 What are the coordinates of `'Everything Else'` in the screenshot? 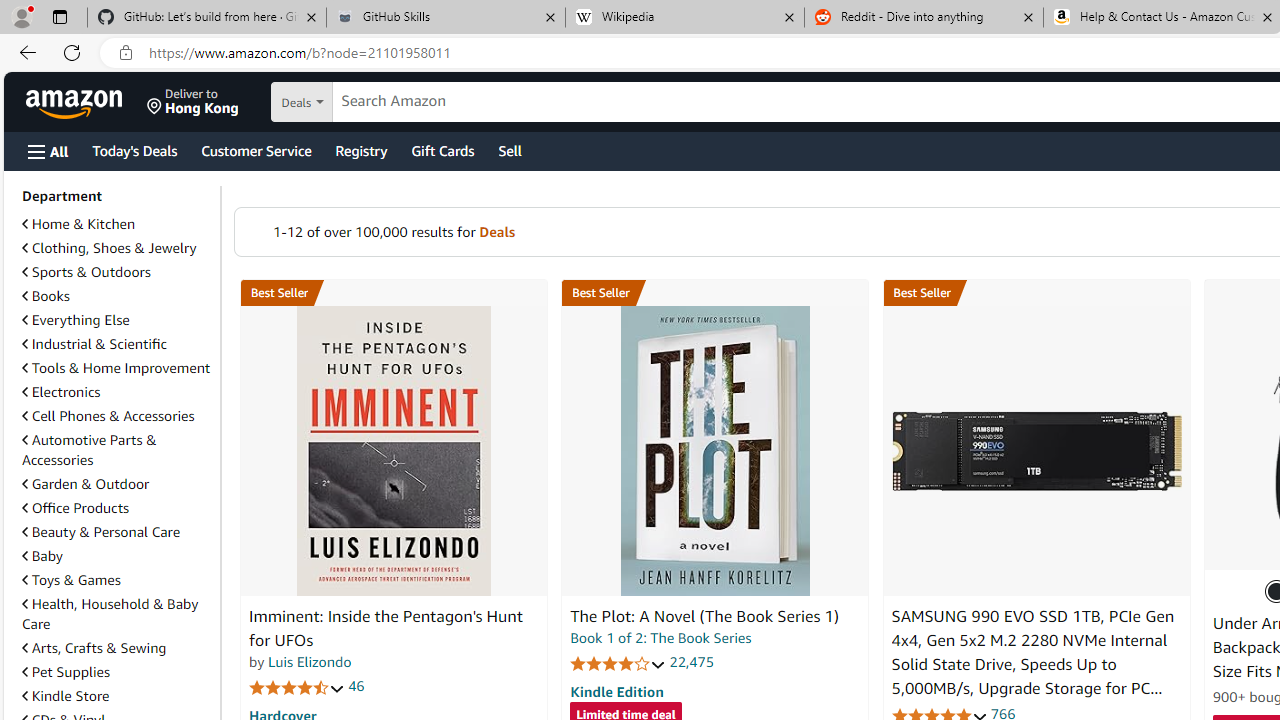 It's located at (76, 319).